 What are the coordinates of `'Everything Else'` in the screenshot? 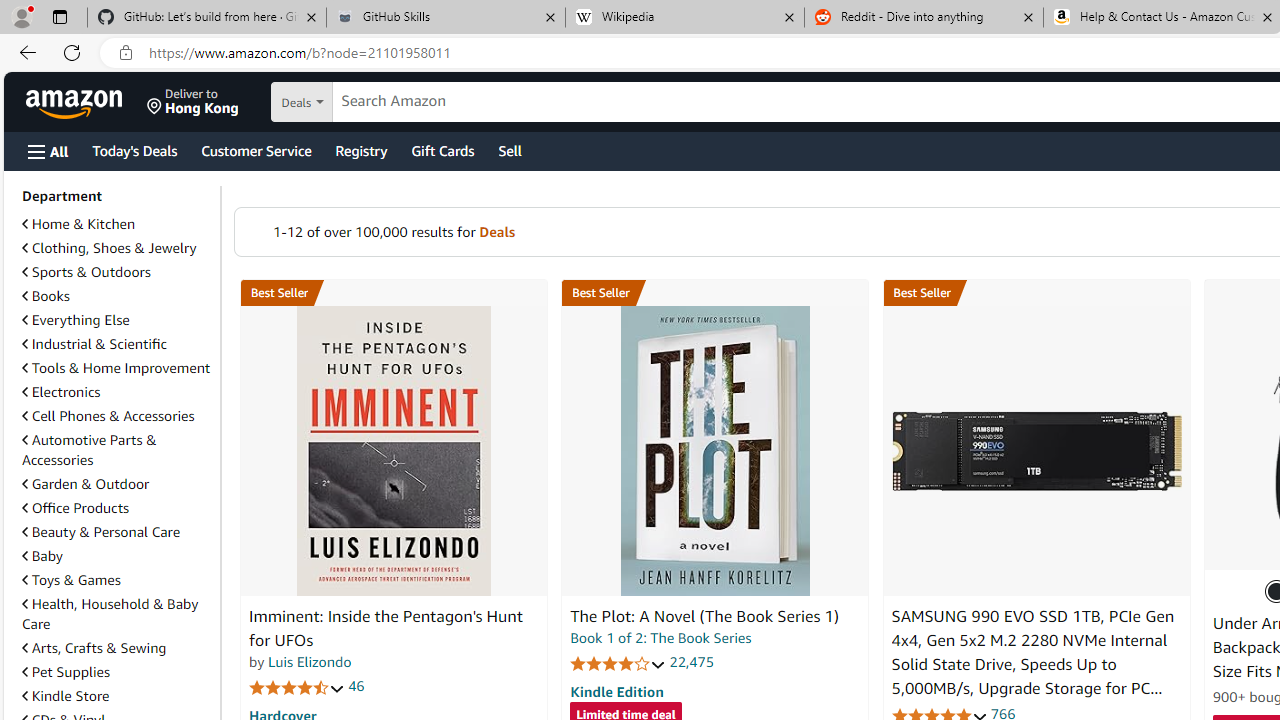 It's located at (76, 319).